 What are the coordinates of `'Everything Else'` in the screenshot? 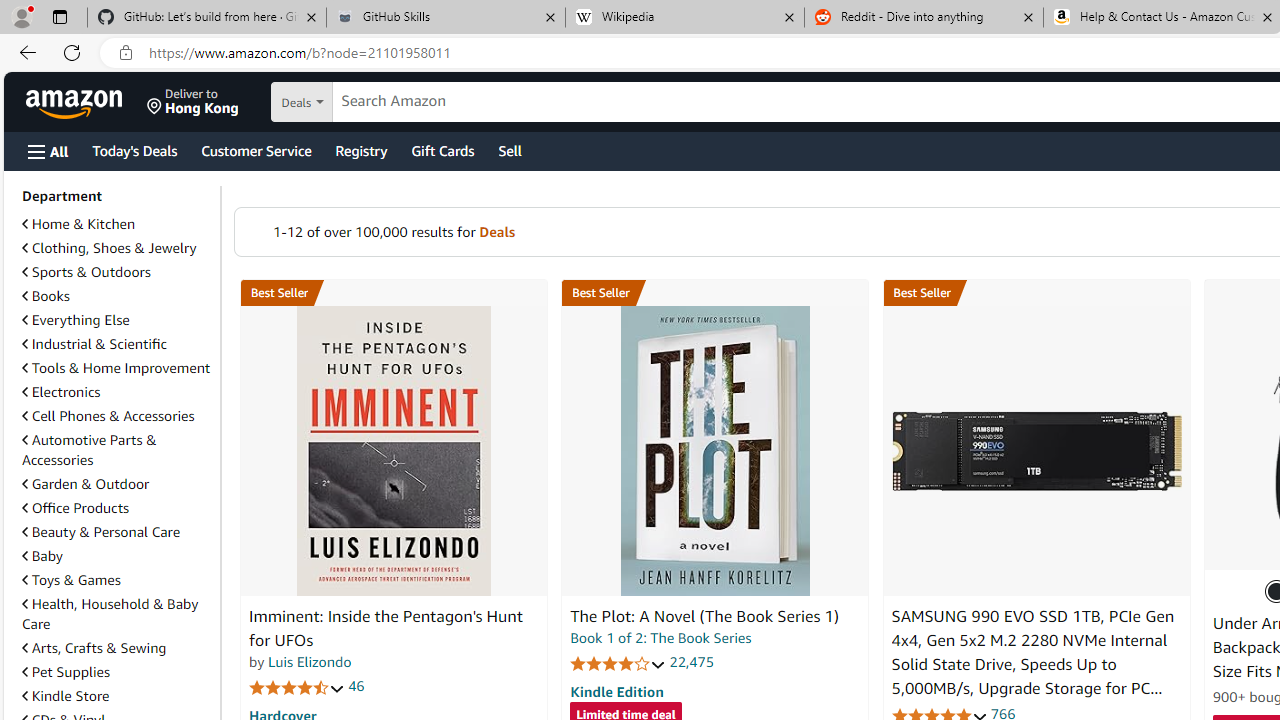 It's located at (76, 319).